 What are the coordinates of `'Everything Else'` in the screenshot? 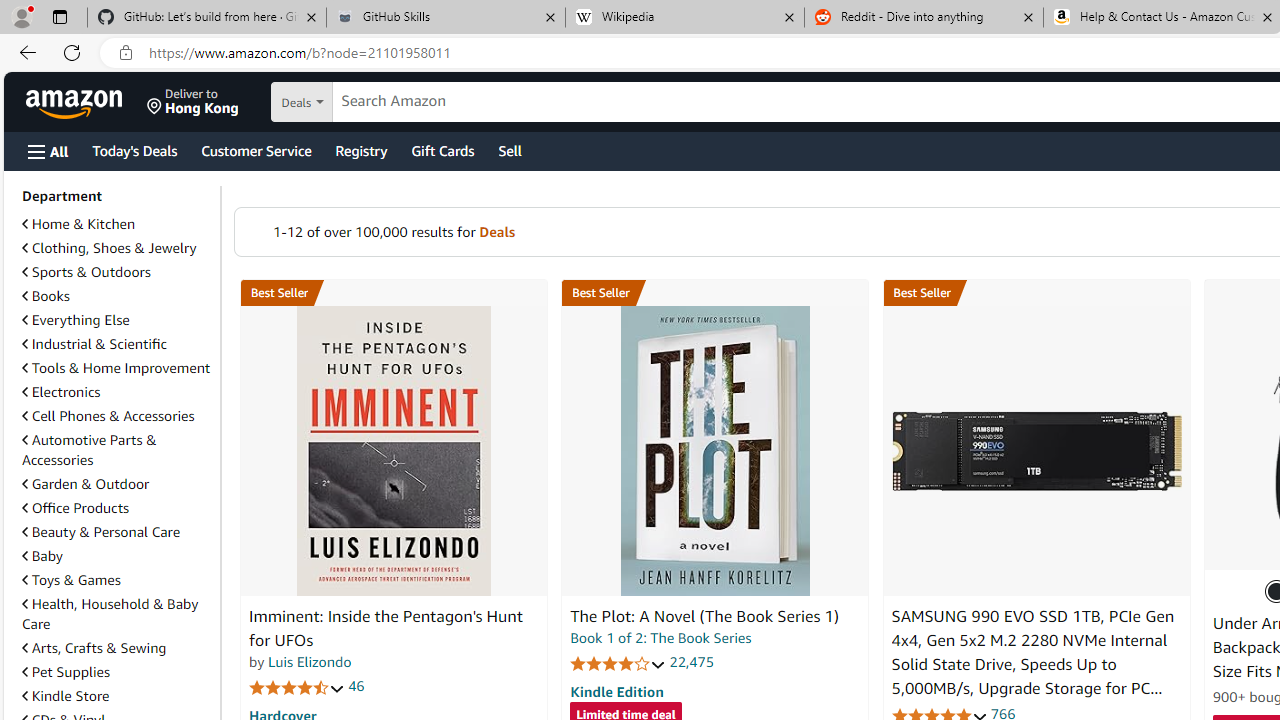 It's located at (76, 319).